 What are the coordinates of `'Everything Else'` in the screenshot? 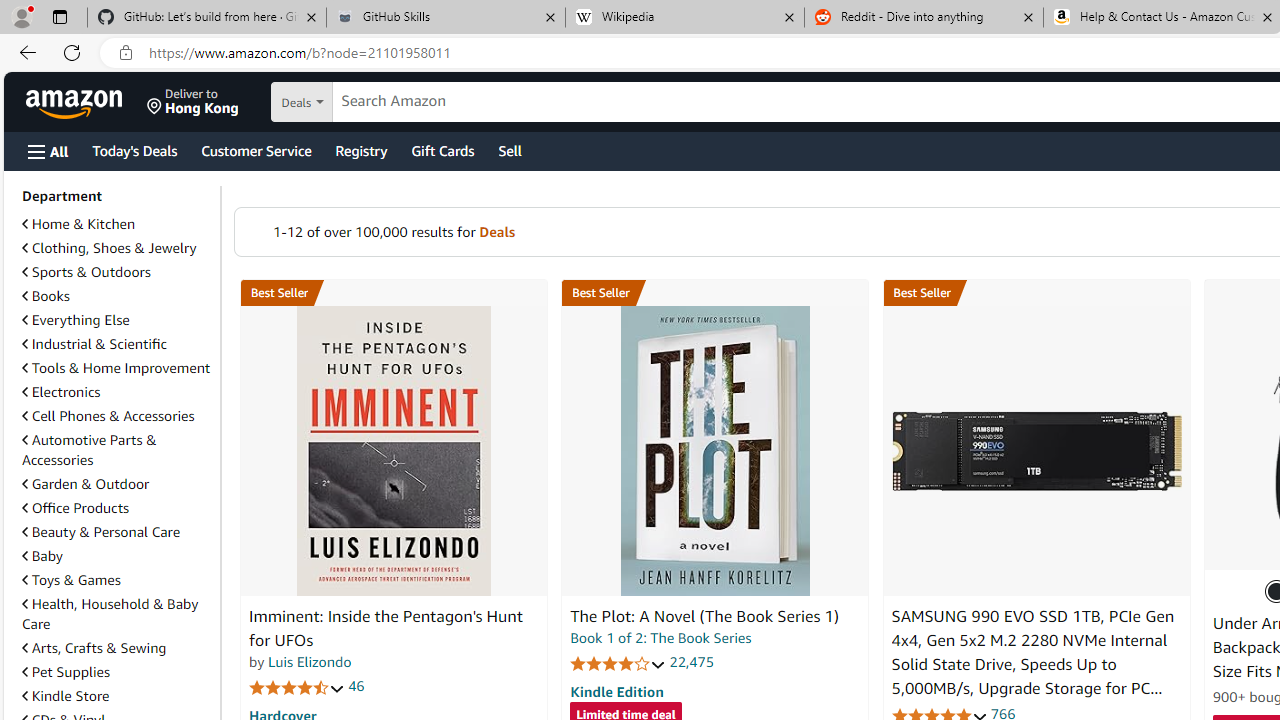 It's located at (76, 319).